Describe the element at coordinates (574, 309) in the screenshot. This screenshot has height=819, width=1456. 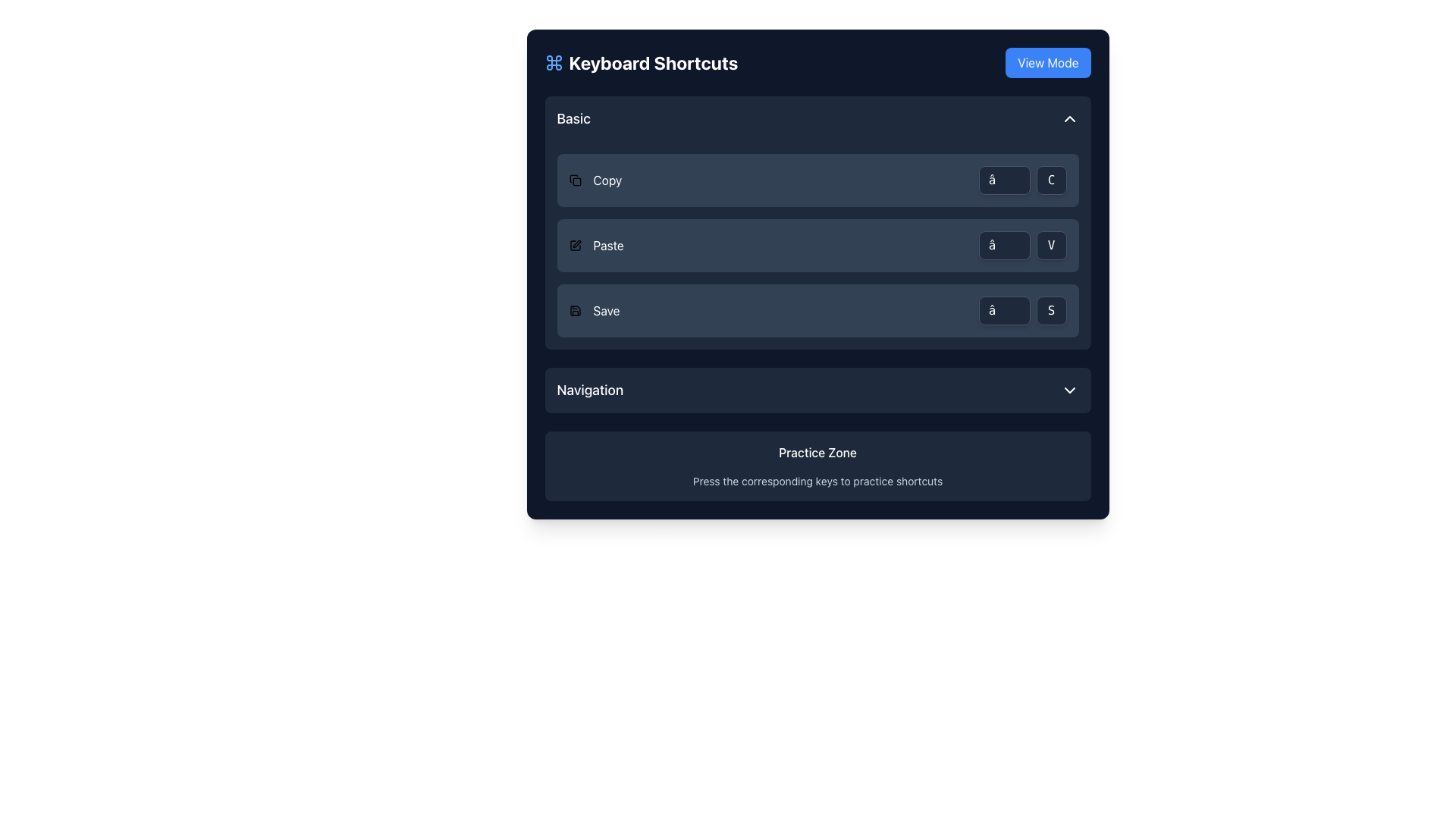
I see `the save action icon, which is a small vector graphic resembling a floppy disk, located at the leftmost position in the 'Basic' section of the 'Keyboard Shortcuts' interface` at that location.